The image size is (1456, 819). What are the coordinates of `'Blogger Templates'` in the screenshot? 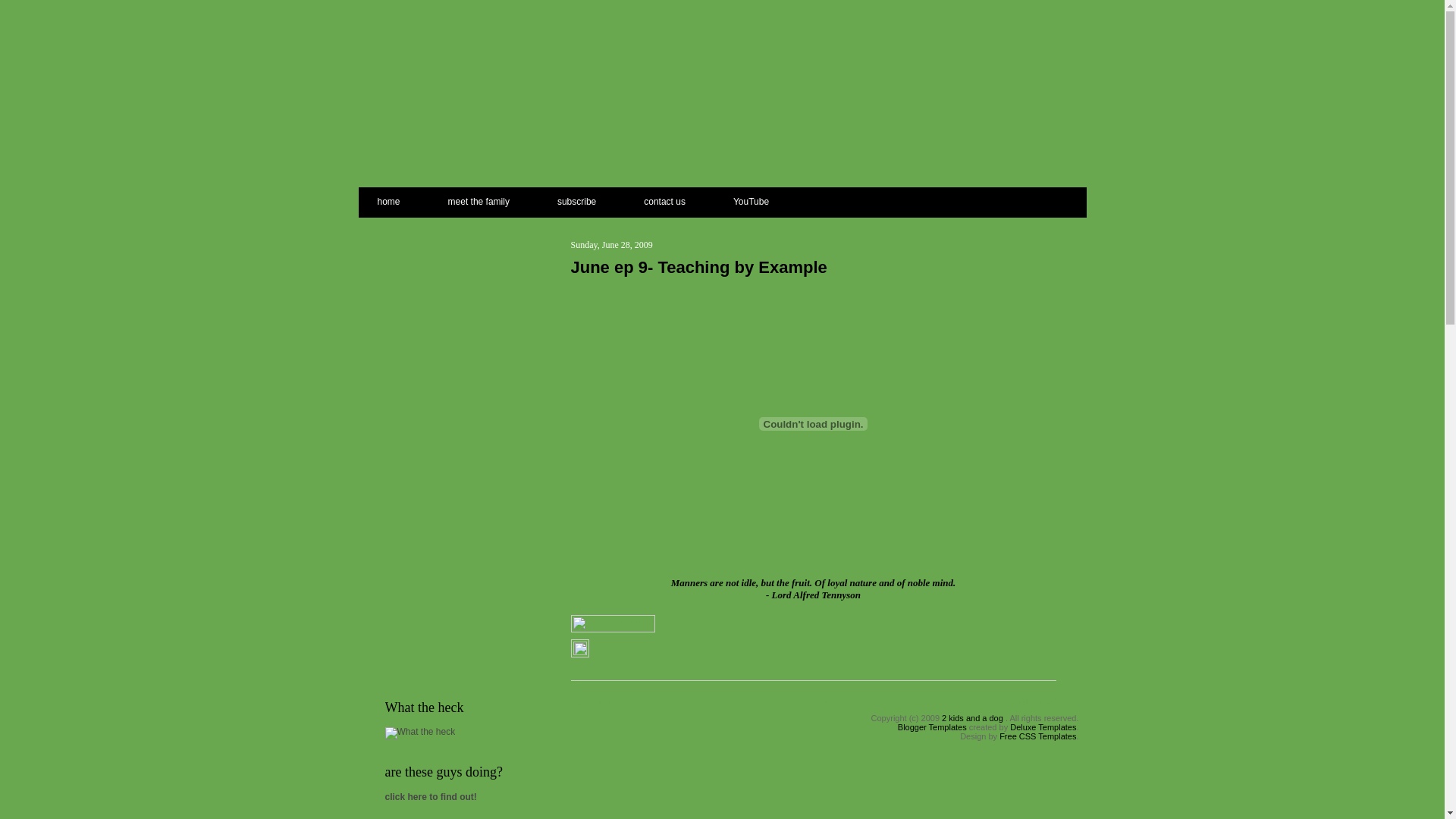 It's located at (931, 726).